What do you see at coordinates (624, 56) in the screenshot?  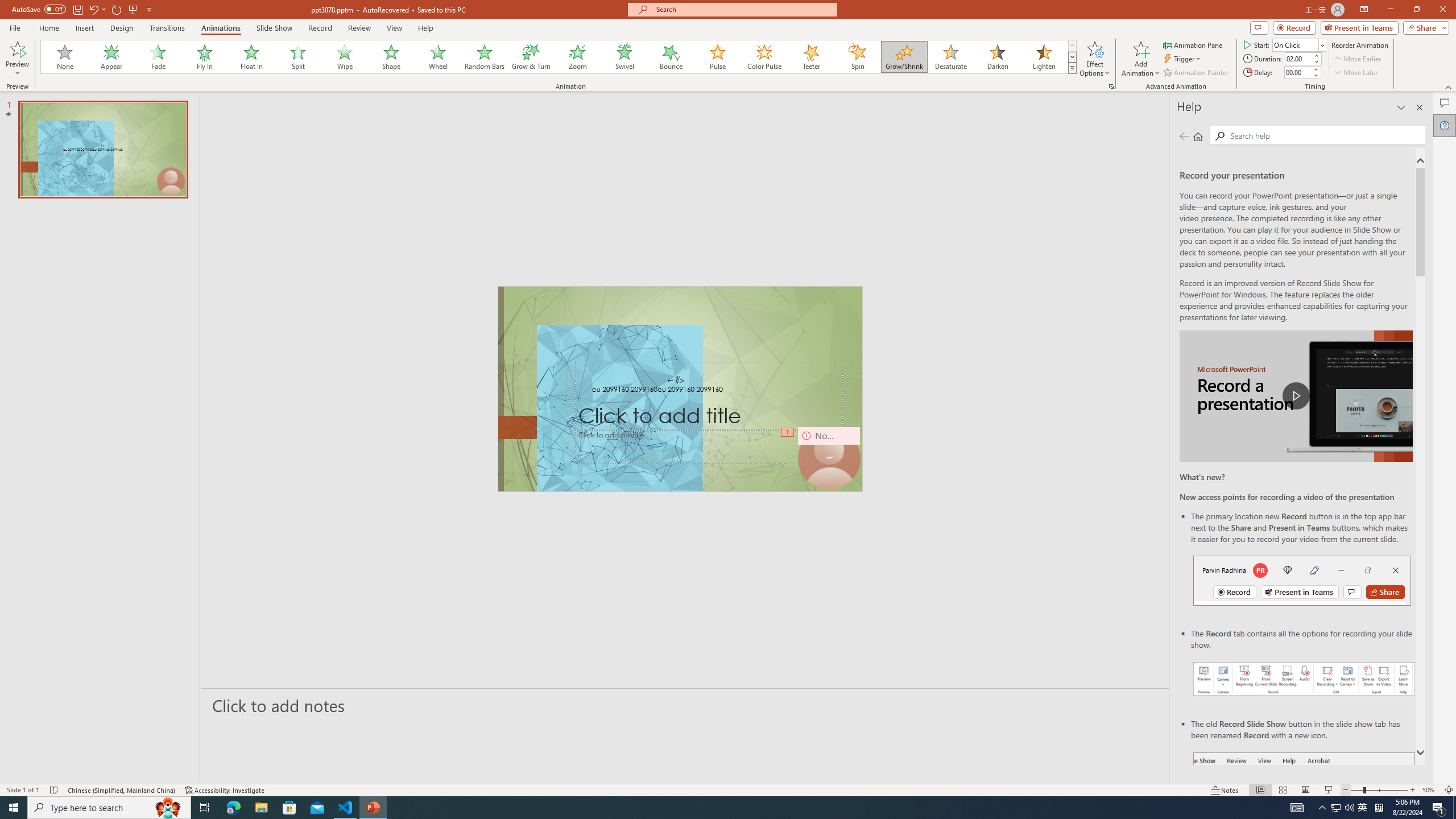 I see `'Swivel'` at bounding box center [624, 56].